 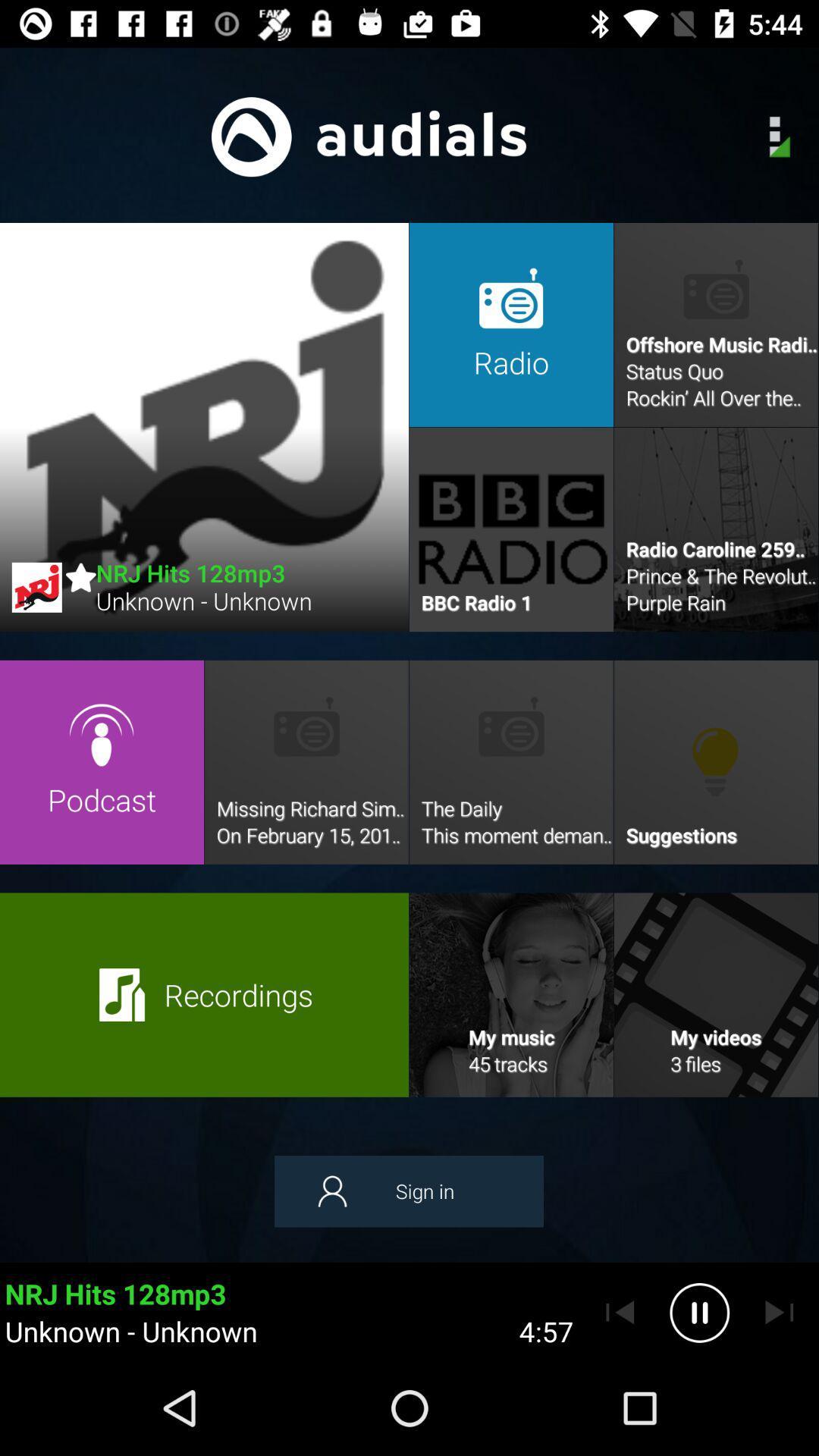 What do you see at coordinates (779, 1312) in the screenshot?
I see `skip to next song` at bounding box center [779, 1312].